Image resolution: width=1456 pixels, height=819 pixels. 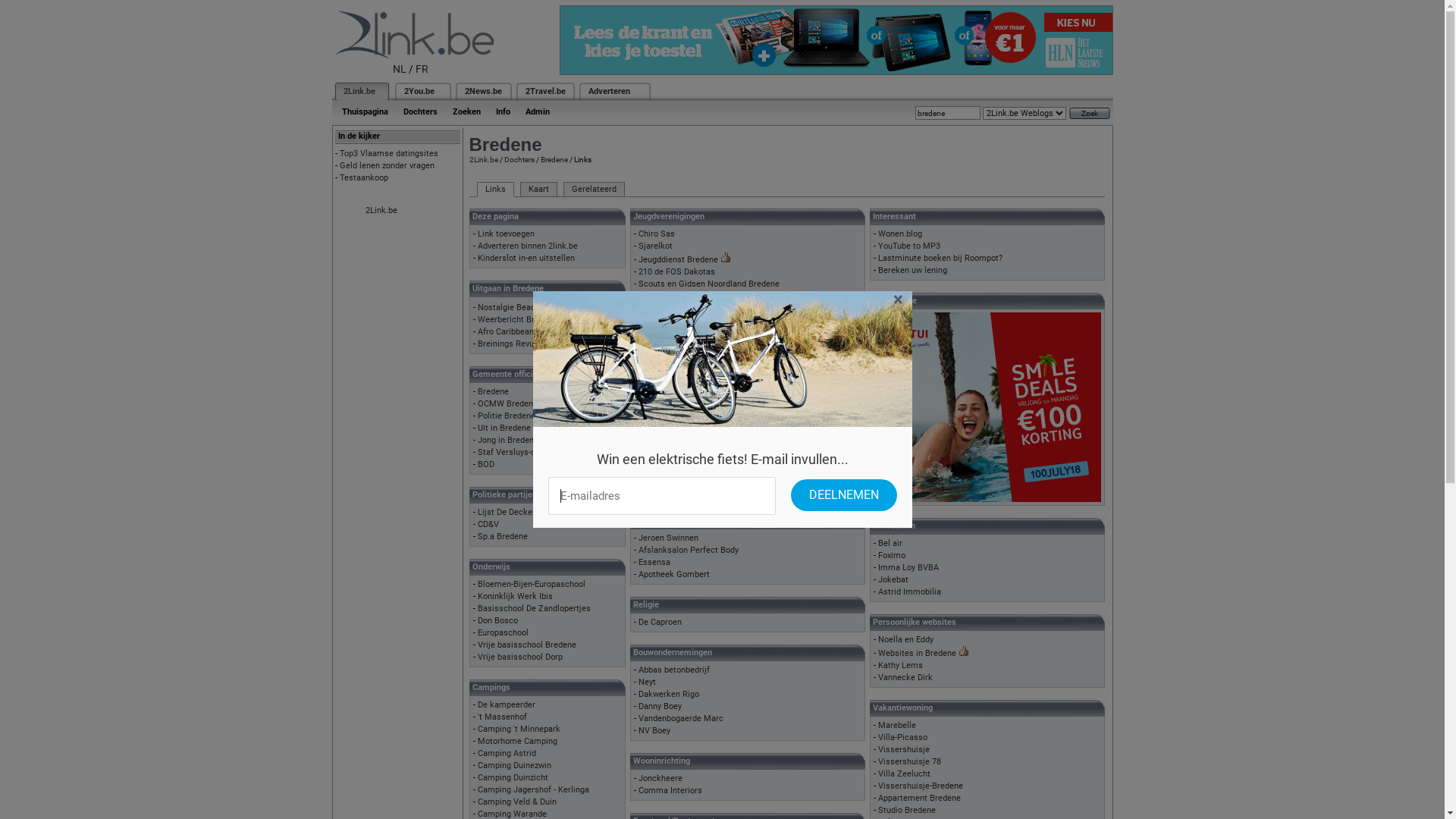 What do you see at coordinates (476, 234) in the screenshot?
I see `'Link toevoegen'` at bounding box center [476, 234].